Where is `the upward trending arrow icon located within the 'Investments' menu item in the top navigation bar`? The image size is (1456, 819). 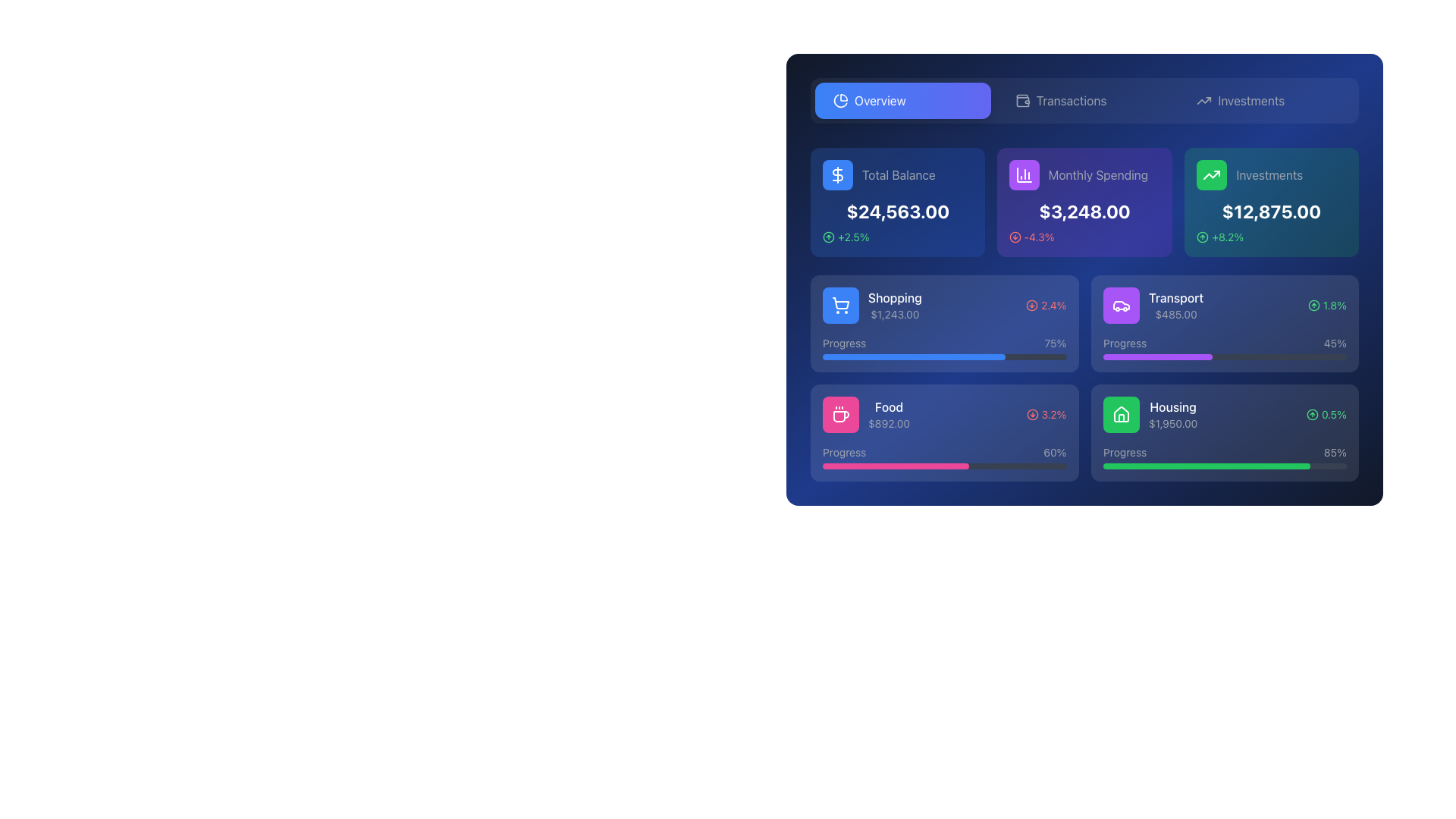
the upward trending arrow icon located within the 'Investments' menu item in the top navigation bar is located at coordinates (1203, 100).